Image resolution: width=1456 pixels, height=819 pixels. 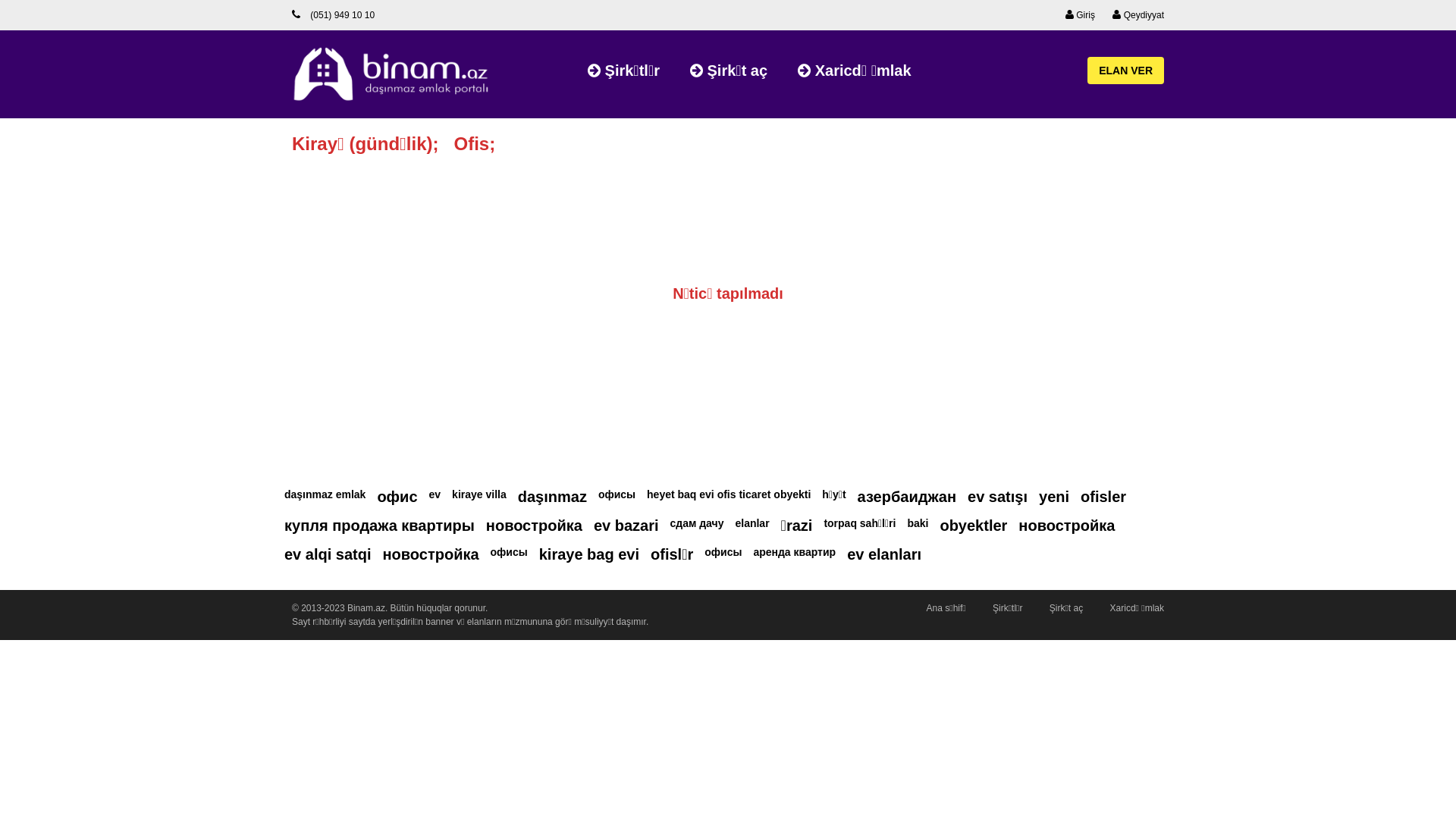 What do you see at coordinates (1053, 497) in the screenshot?
I see `'yeni'` at bounding box center [1053, 497].